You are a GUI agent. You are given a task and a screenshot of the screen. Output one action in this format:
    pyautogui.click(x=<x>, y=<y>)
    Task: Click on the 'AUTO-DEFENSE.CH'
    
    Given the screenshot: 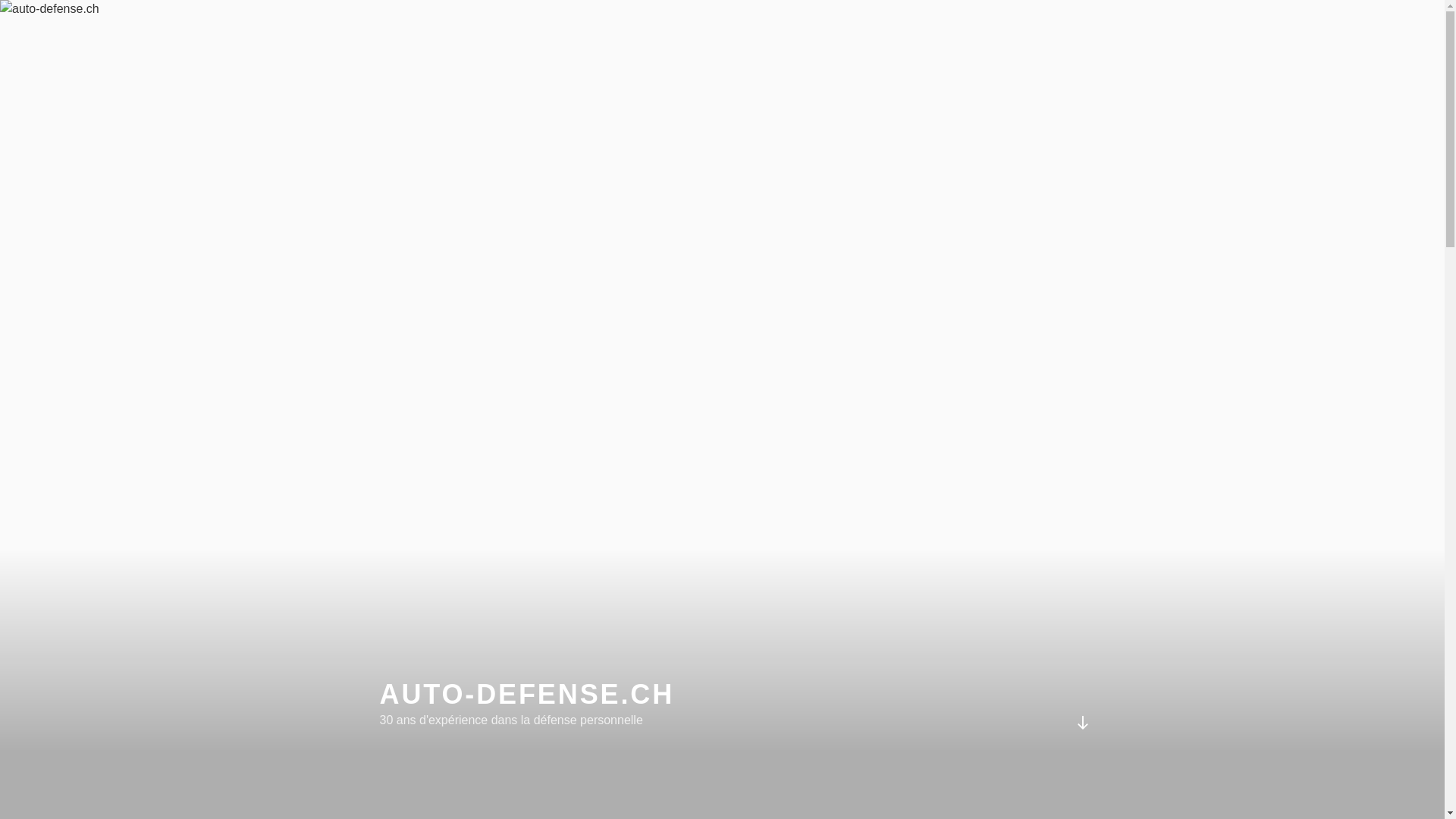 What is the action you would take?
    pyautogui.click(x=526, y=694)
    